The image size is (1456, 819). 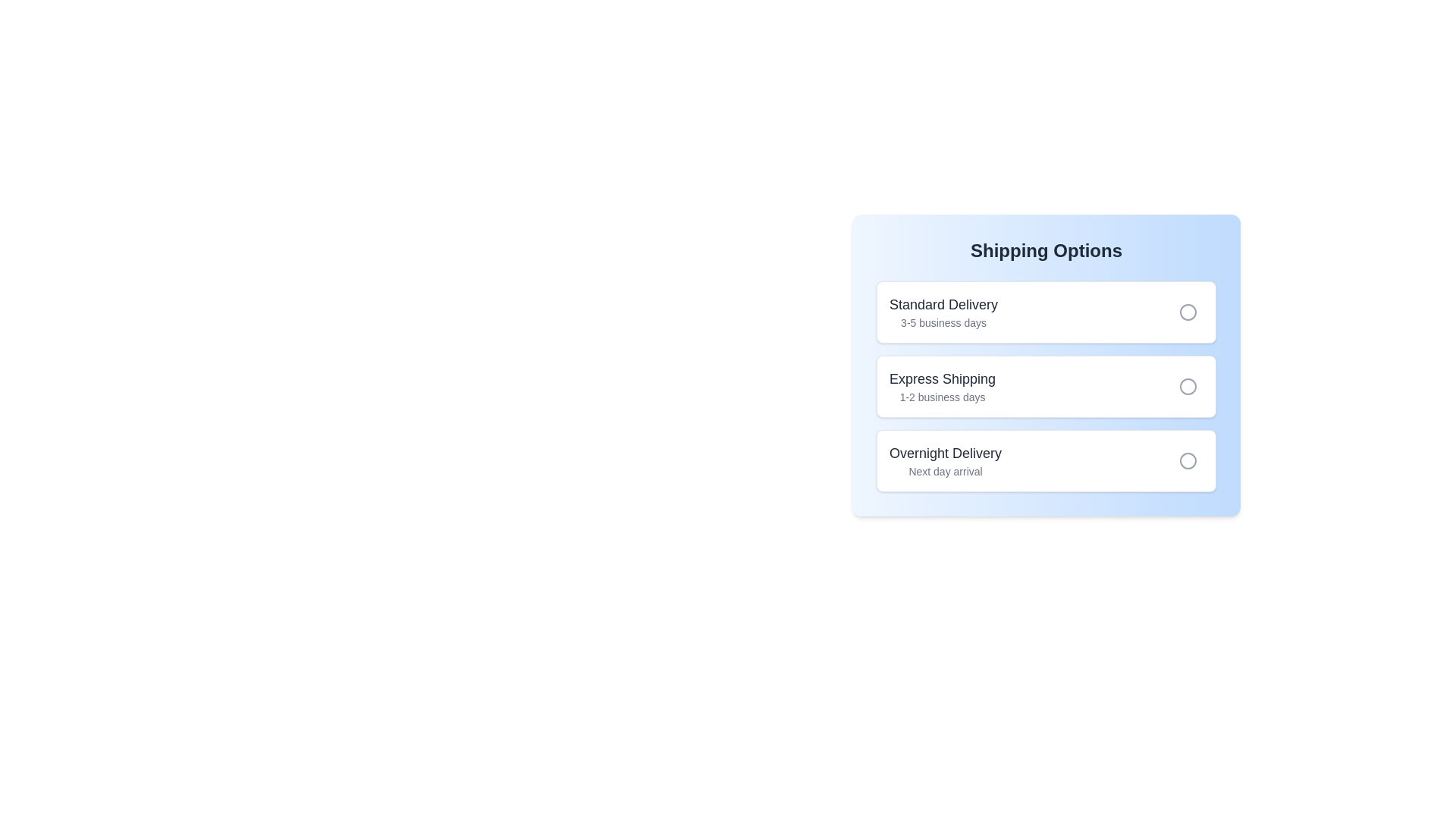 What do you see at coordinates (945, 470) in the screenshot?
I see `the additional information label located below the 'Overnight Delivery' label in the third delivery option of the 'Shipping Options' list` at bounding box center [945, 470].